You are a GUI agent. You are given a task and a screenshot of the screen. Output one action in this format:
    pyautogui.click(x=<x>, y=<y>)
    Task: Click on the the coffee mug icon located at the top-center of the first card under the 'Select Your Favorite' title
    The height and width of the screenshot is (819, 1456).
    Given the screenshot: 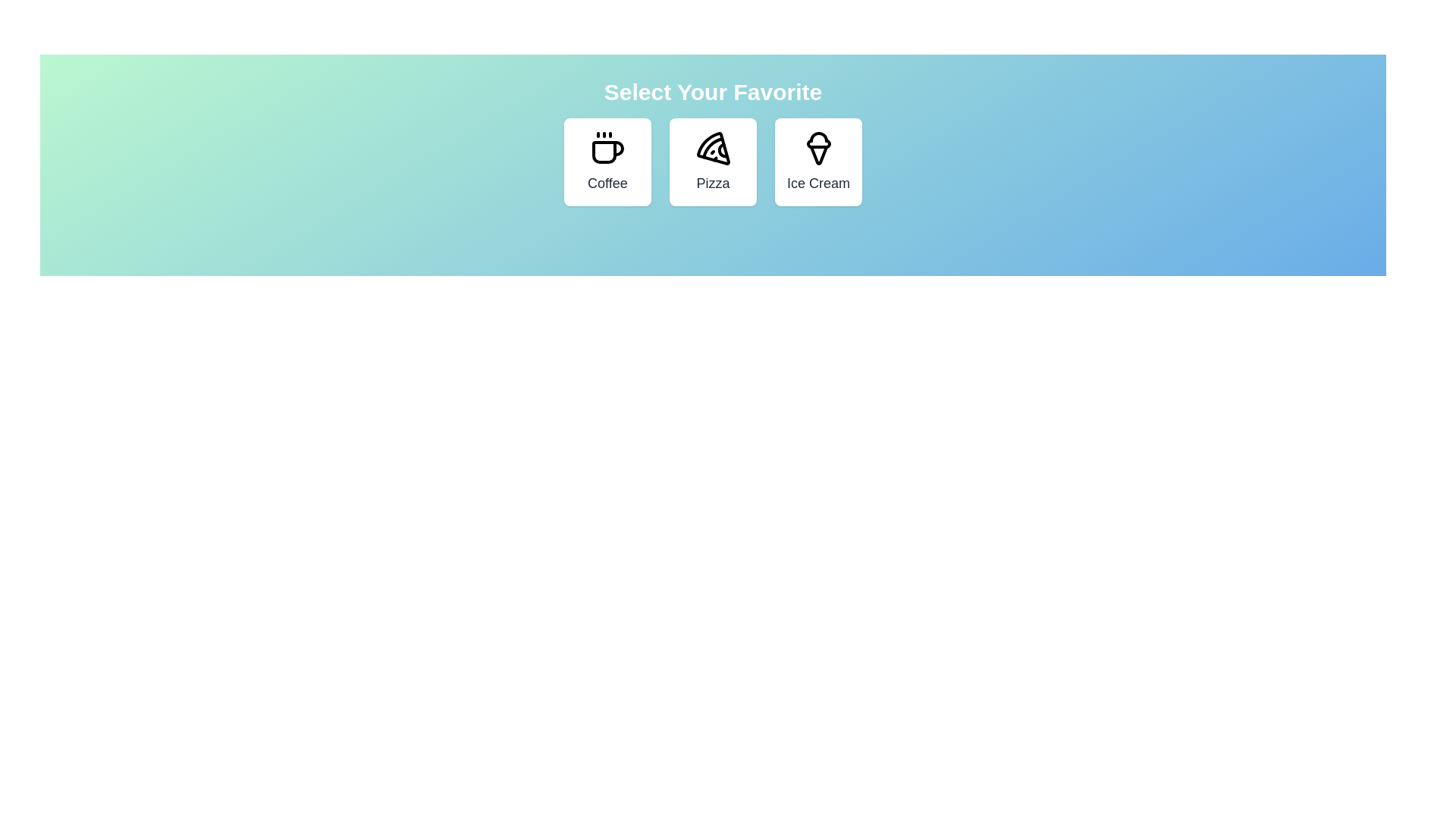 What is the action you would take?
    pyautogui.click(x=607, y=149)
    